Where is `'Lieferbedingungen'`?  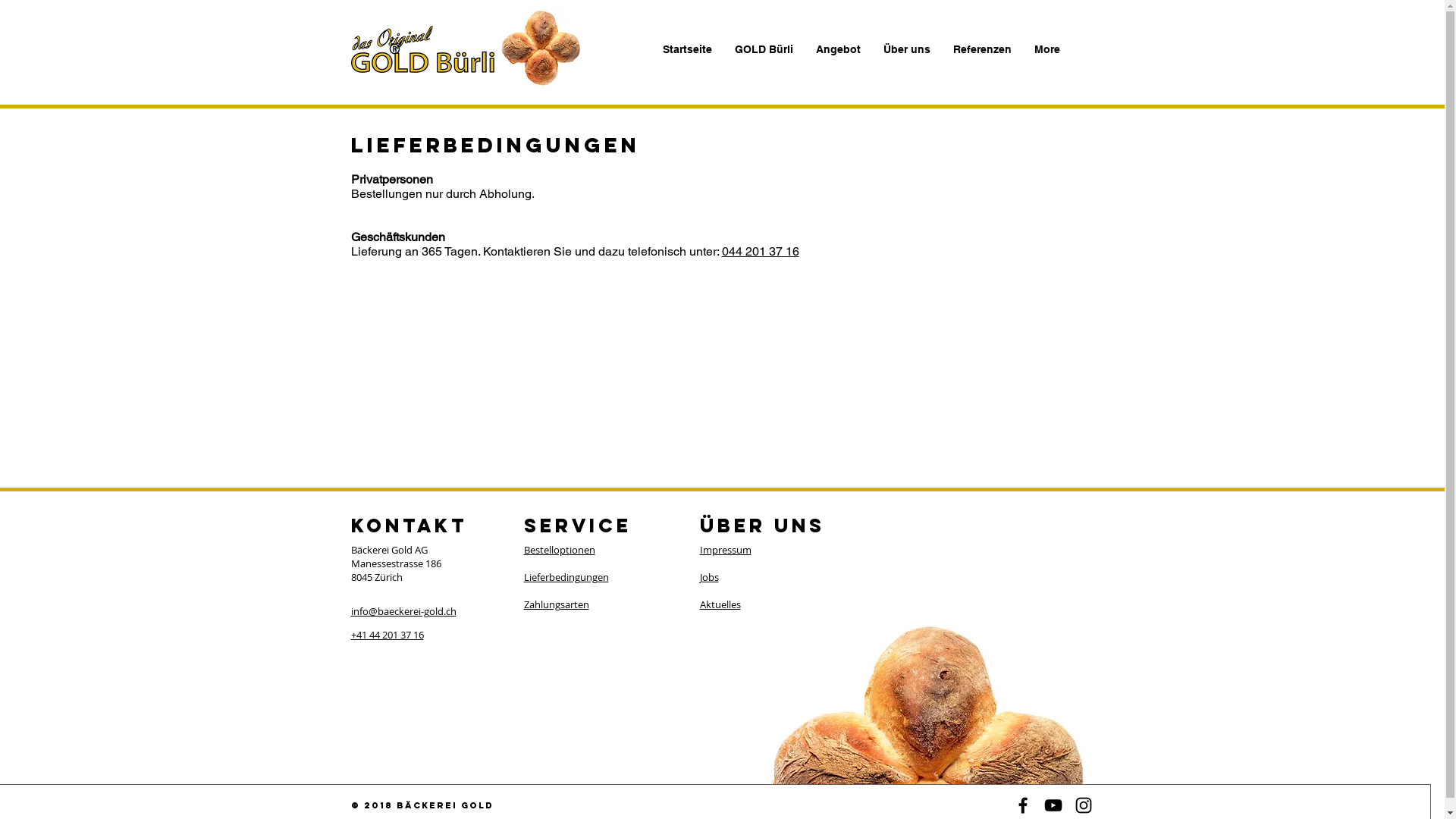 'Lieferbedingungen' is located at coordinates (564, 576).